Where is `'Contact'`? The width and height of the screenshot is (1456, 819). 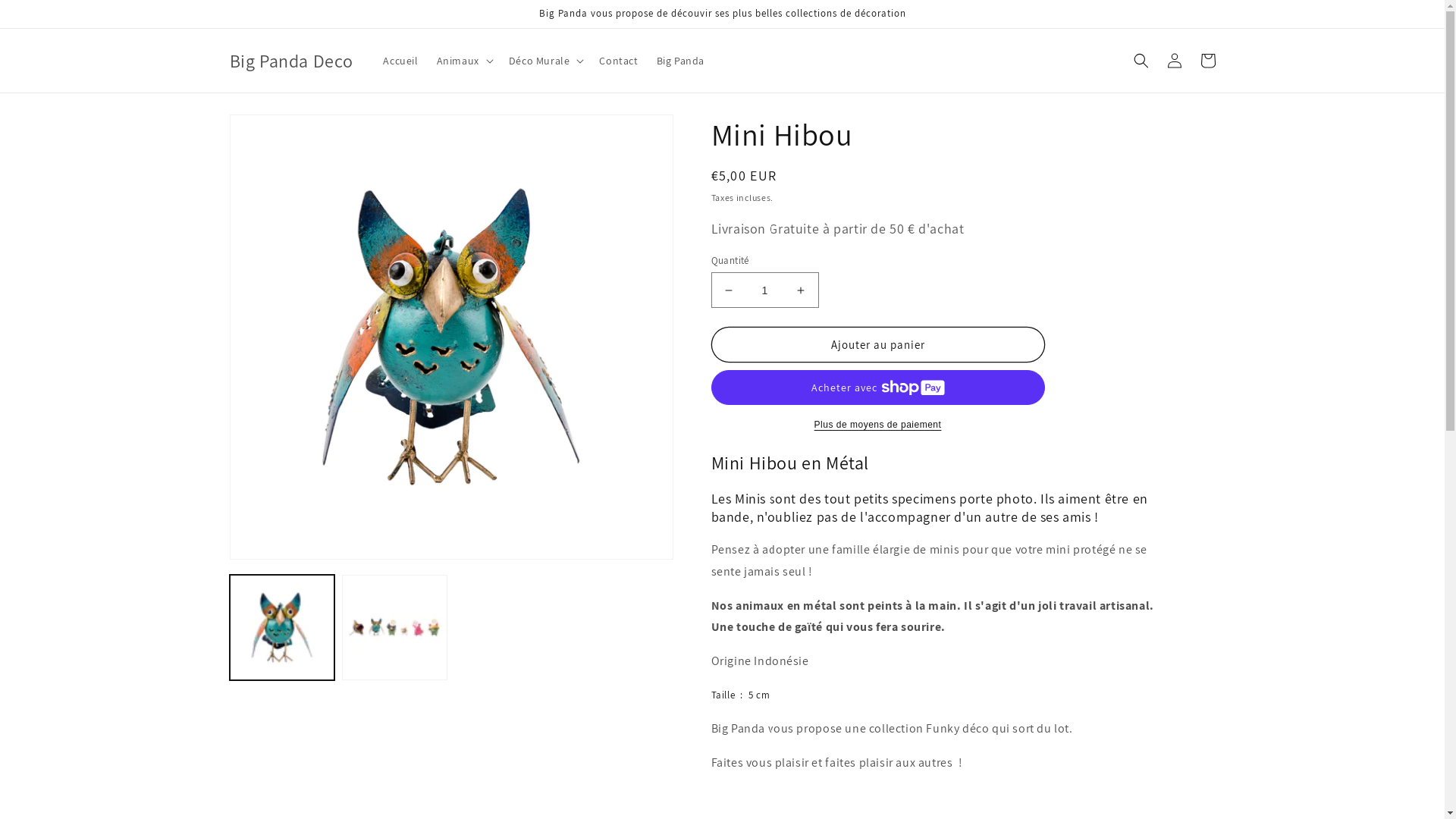 'Contact' is located at coordinates (618, 60).